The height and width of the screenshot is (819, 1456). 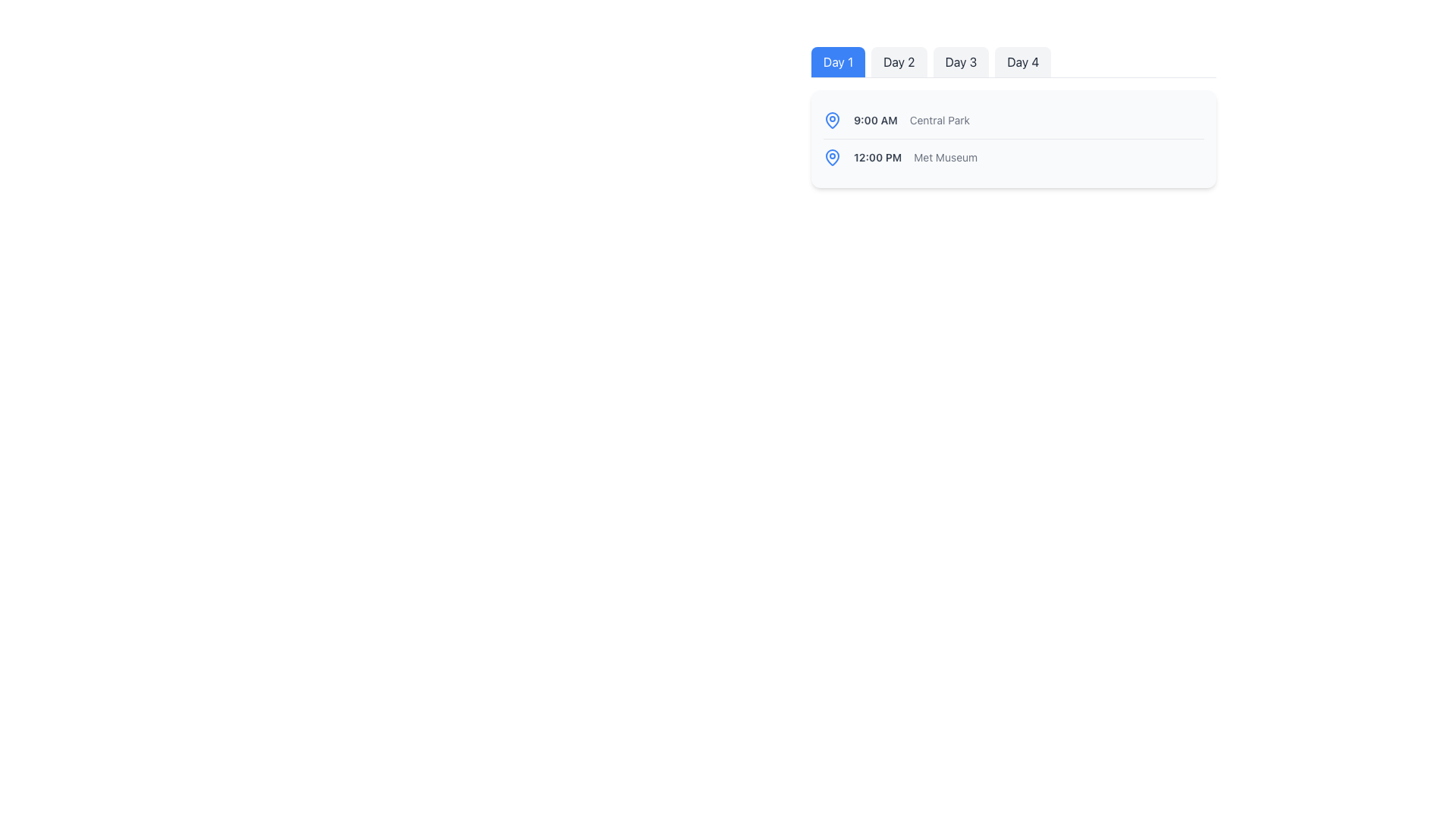 I want to click on the 'Day 3' button, so click(x=960, y=61).